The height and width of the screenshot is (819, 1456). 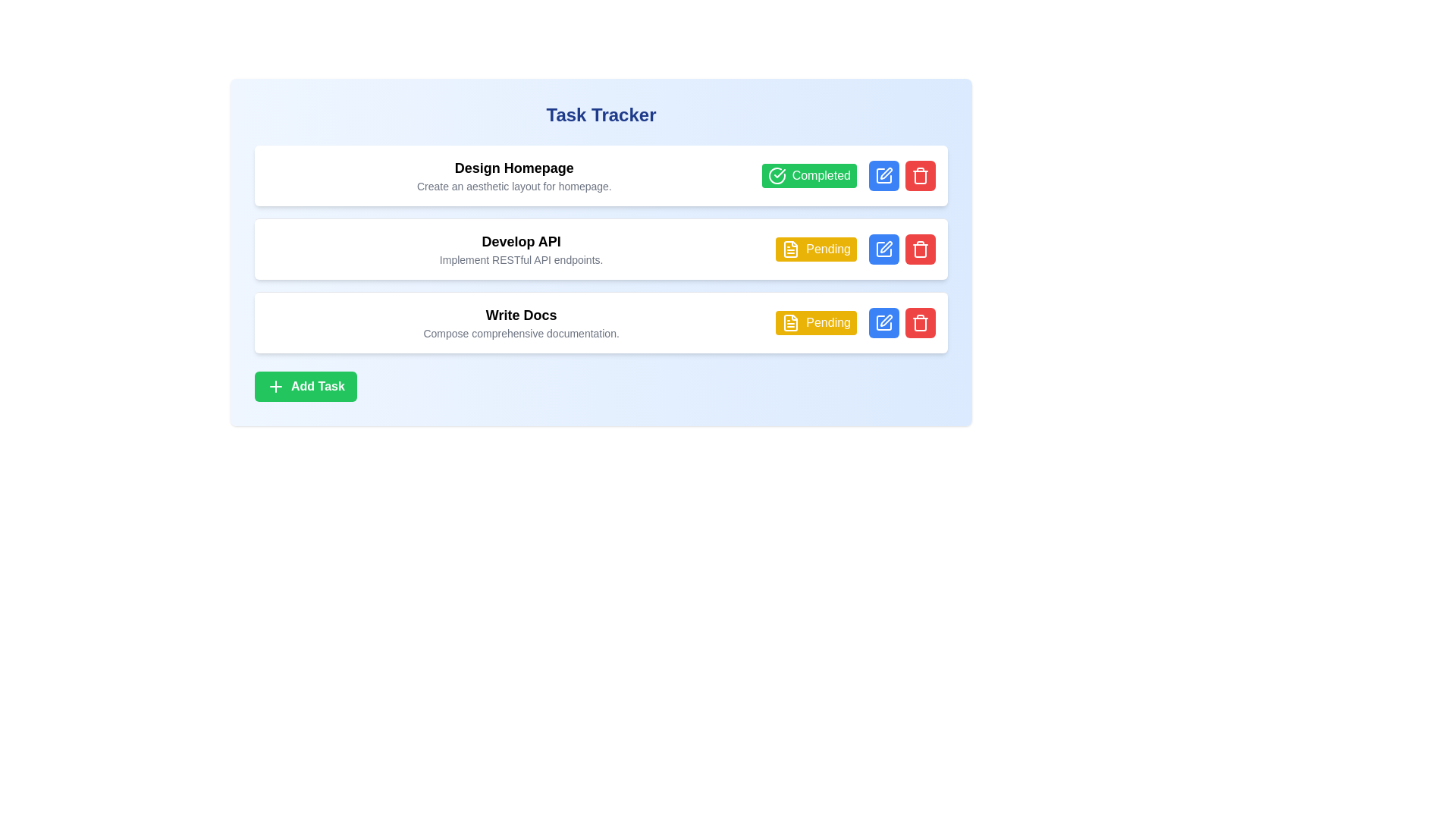 What do you see at coordinates (815, 322) in the screenshot?
I see `the Status label indicating the current state of the associated task ('Pending') located in the bottom task card labeled 'Write Docs'` at bounding box center [815, 322].